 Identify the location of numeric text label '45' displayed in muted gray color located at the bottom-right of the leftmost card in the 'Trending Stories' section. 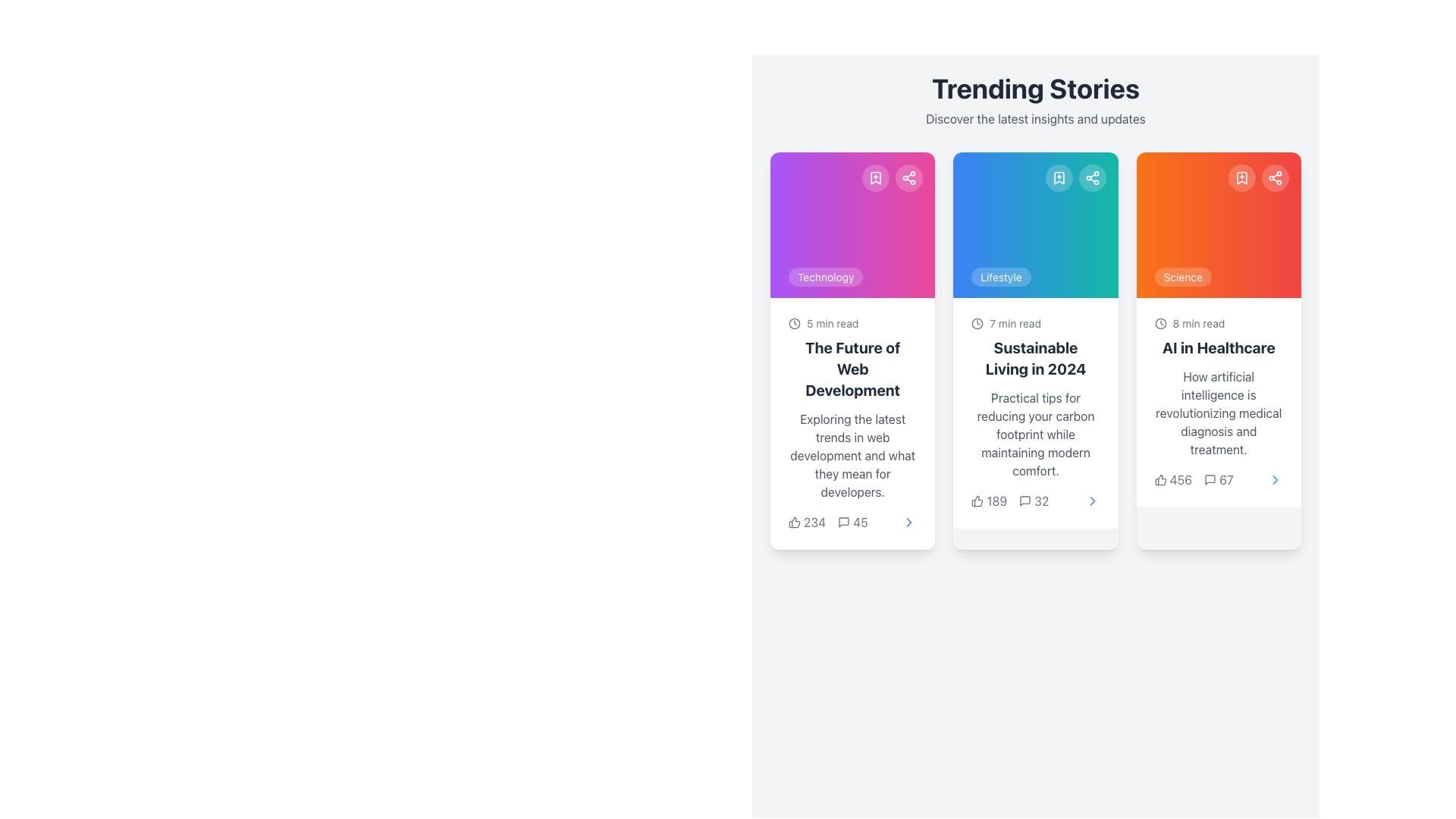
(860, 522).